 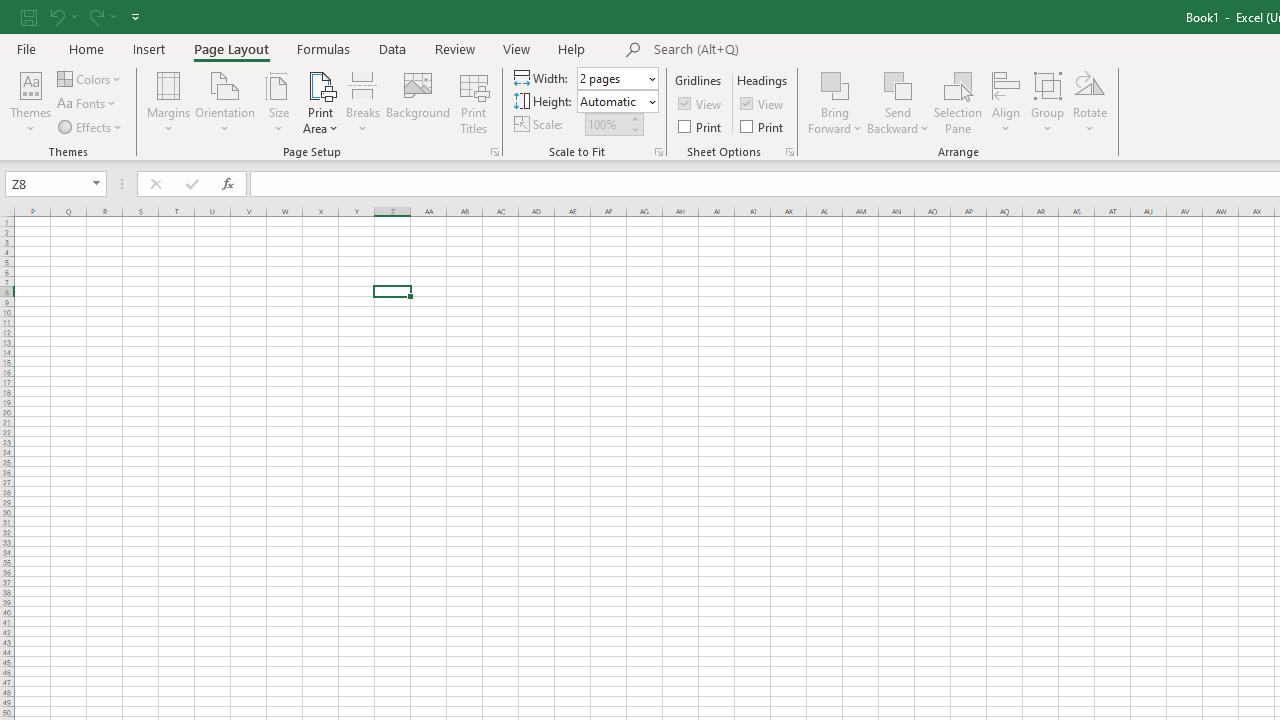 I want to click on 'Sheet Options', so click(x=788, y=150).